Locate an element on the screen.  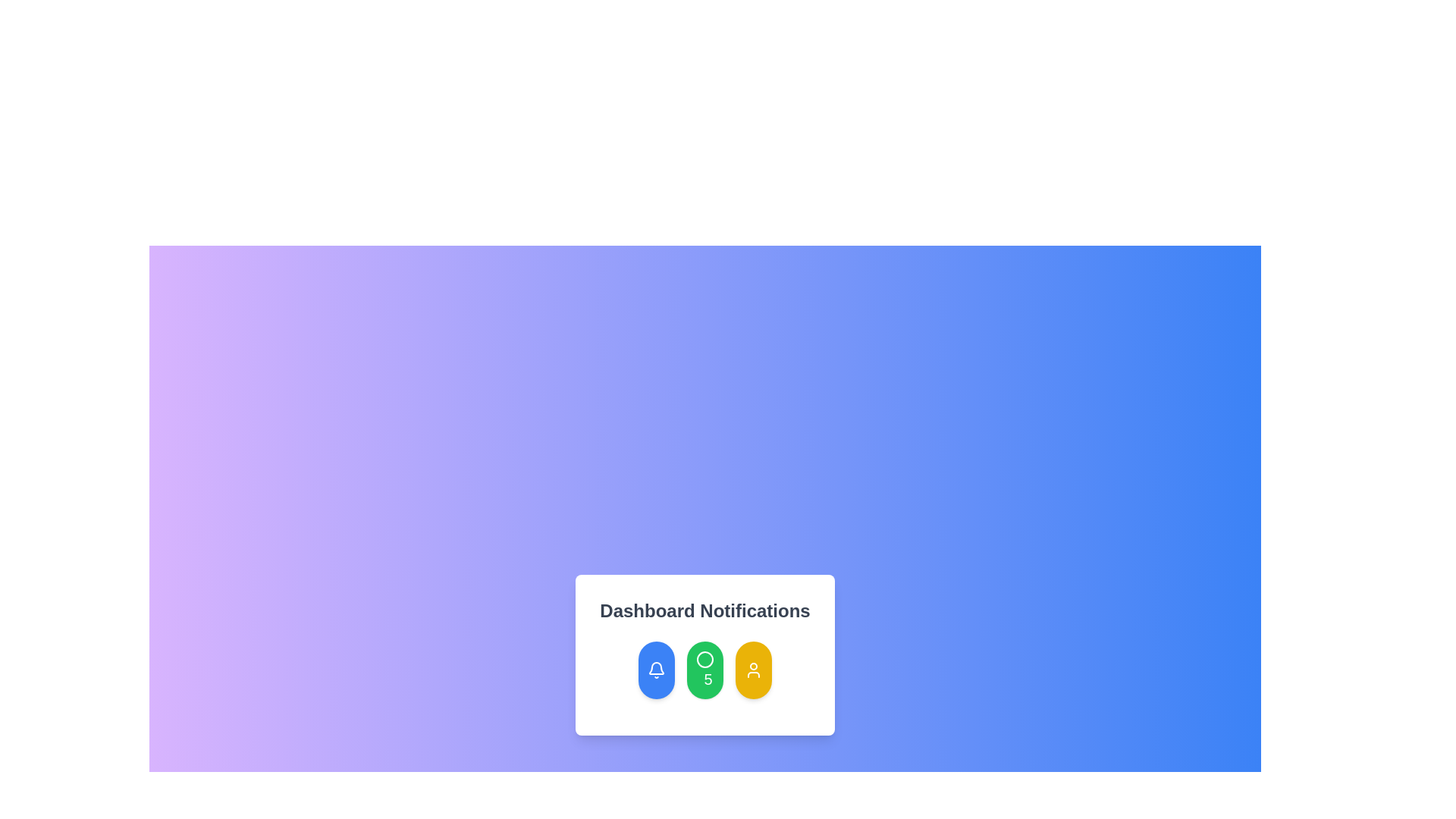
the decorative SVG graphic element within the green circular button located below 'Dashboard Notifications', positioned between a blue button and a yellow button is located at coordinates (704, 659).